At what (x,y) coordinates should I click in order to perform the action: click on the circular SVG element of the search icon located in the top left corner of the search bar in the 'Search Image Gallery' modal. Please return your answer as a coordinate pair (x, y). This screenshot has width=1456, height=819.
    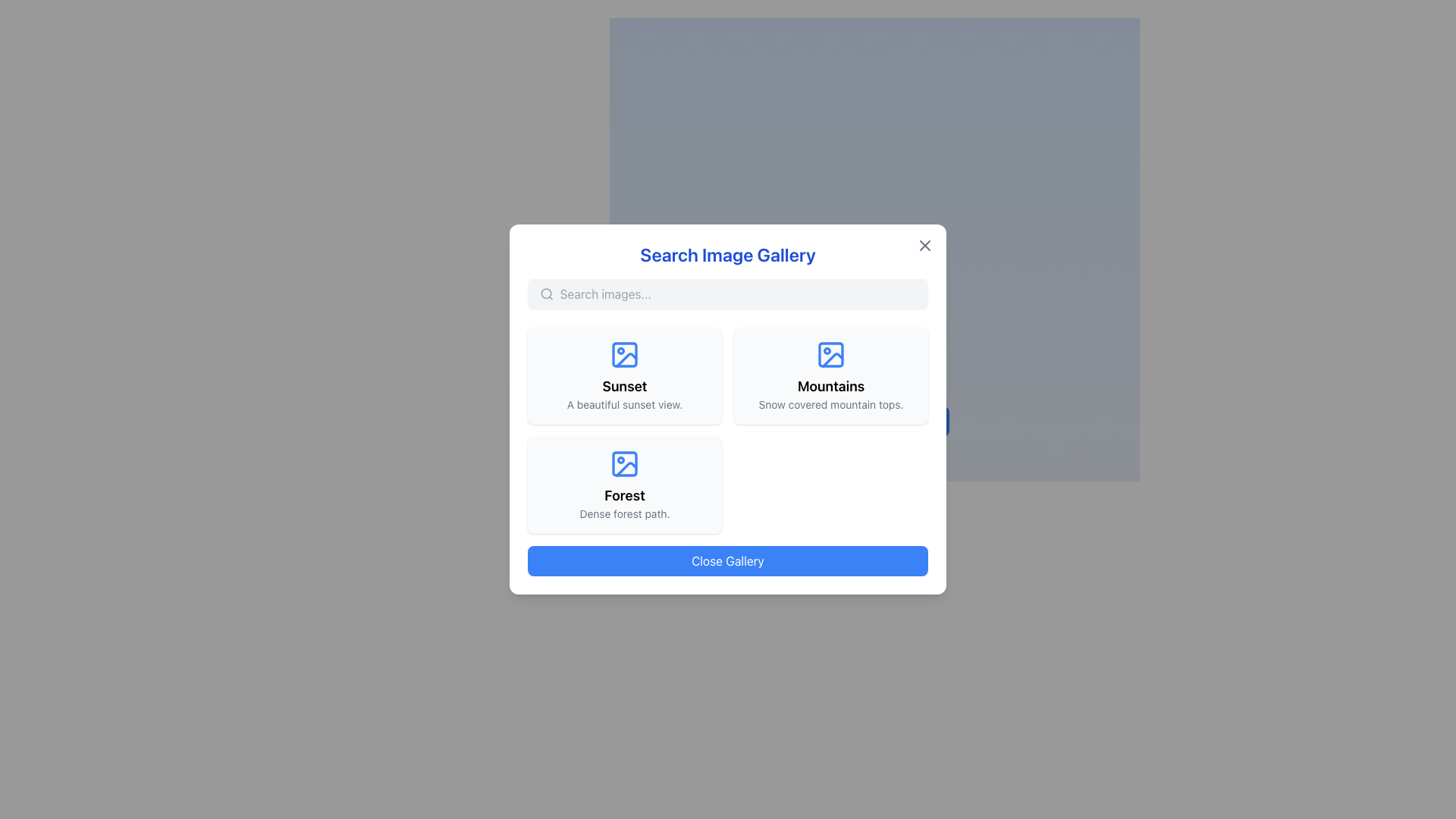
    Looking at the image, I should click on (546, 293).